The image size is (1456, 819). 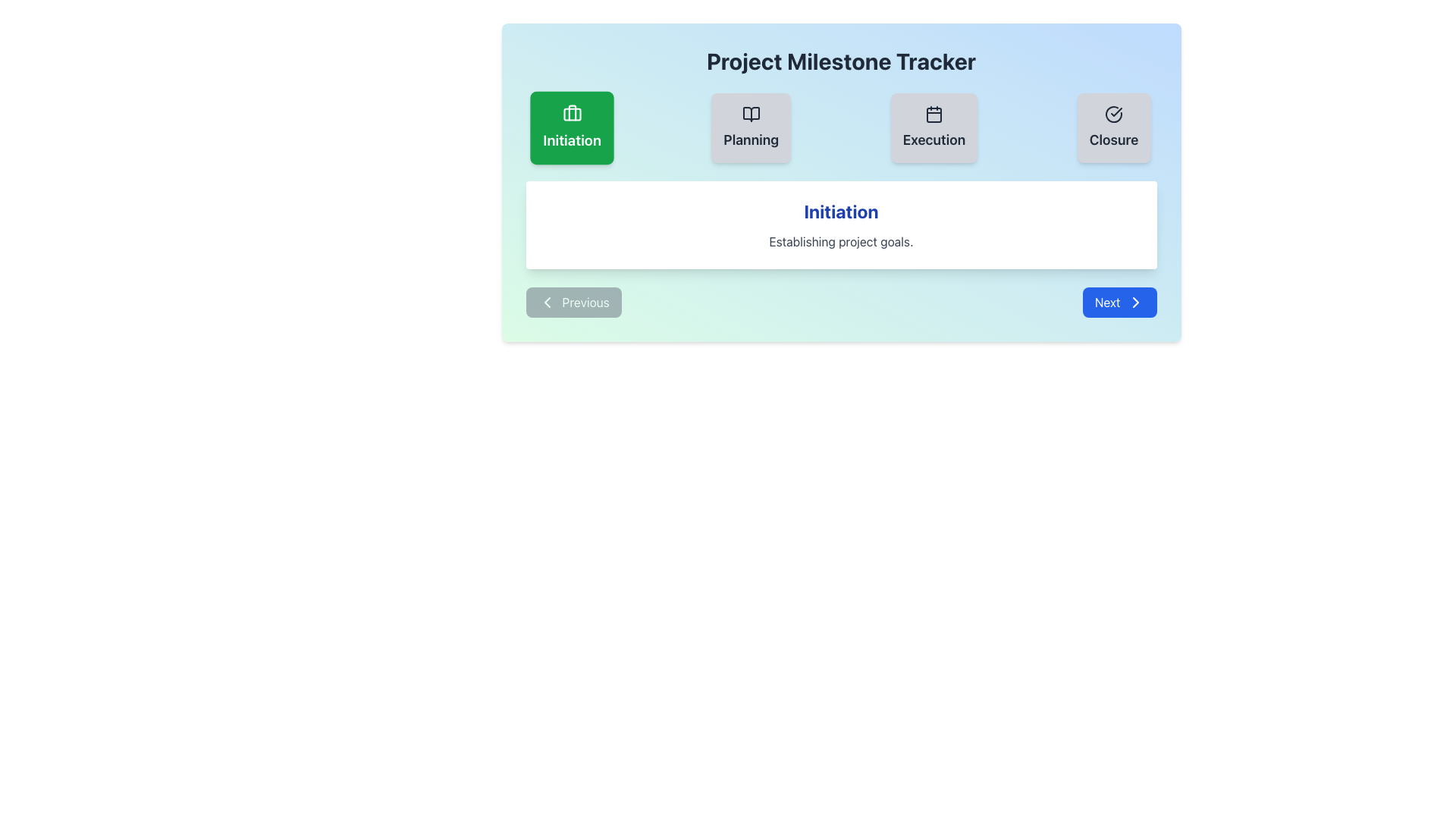 I want to click on the foundational structure of the calendar icon, which is part of the 'Execution' milestone item in the horizontal list of milestones, so click(x=933, y=114).